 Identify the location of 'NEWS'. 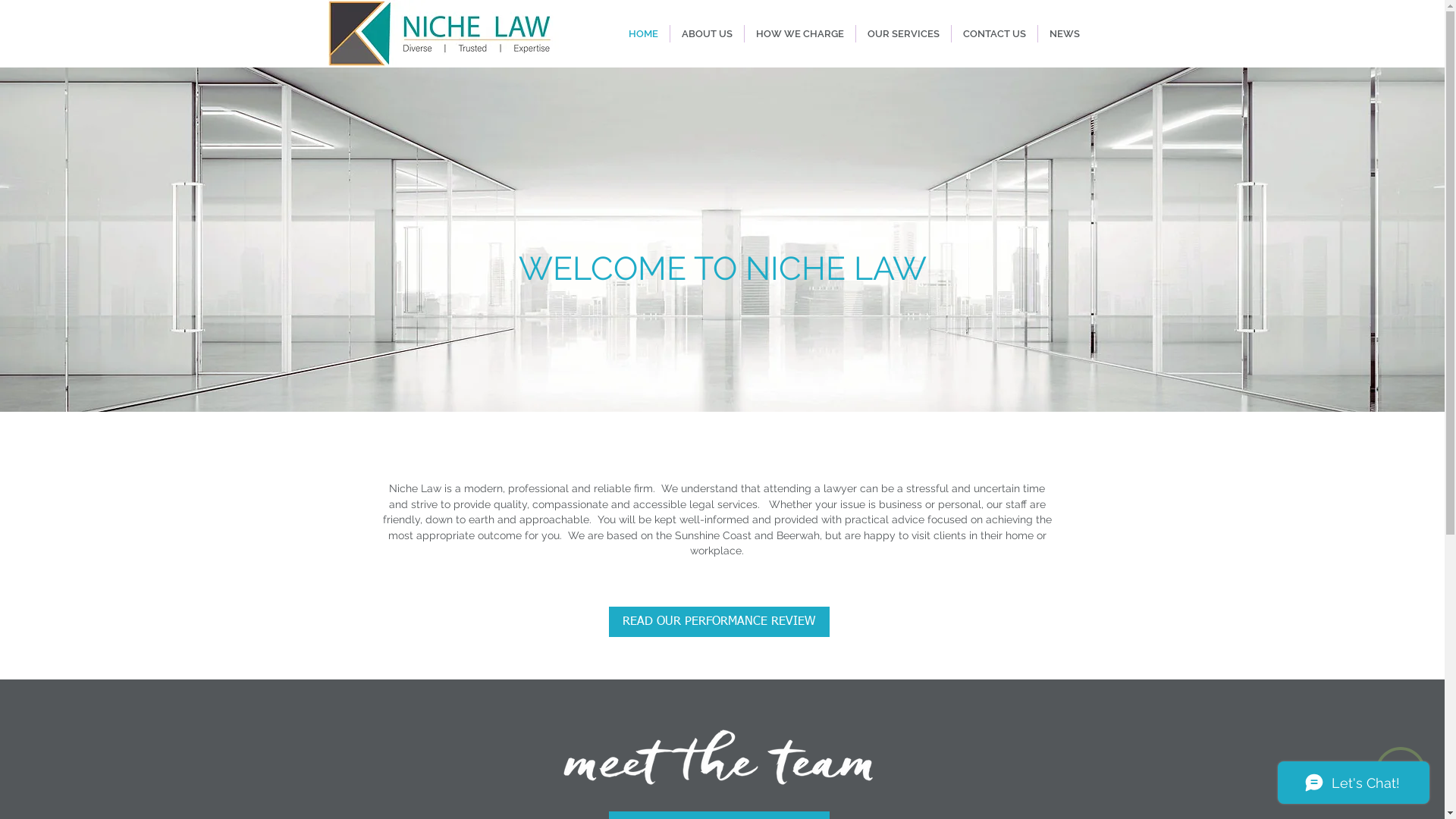
(1037, 33).